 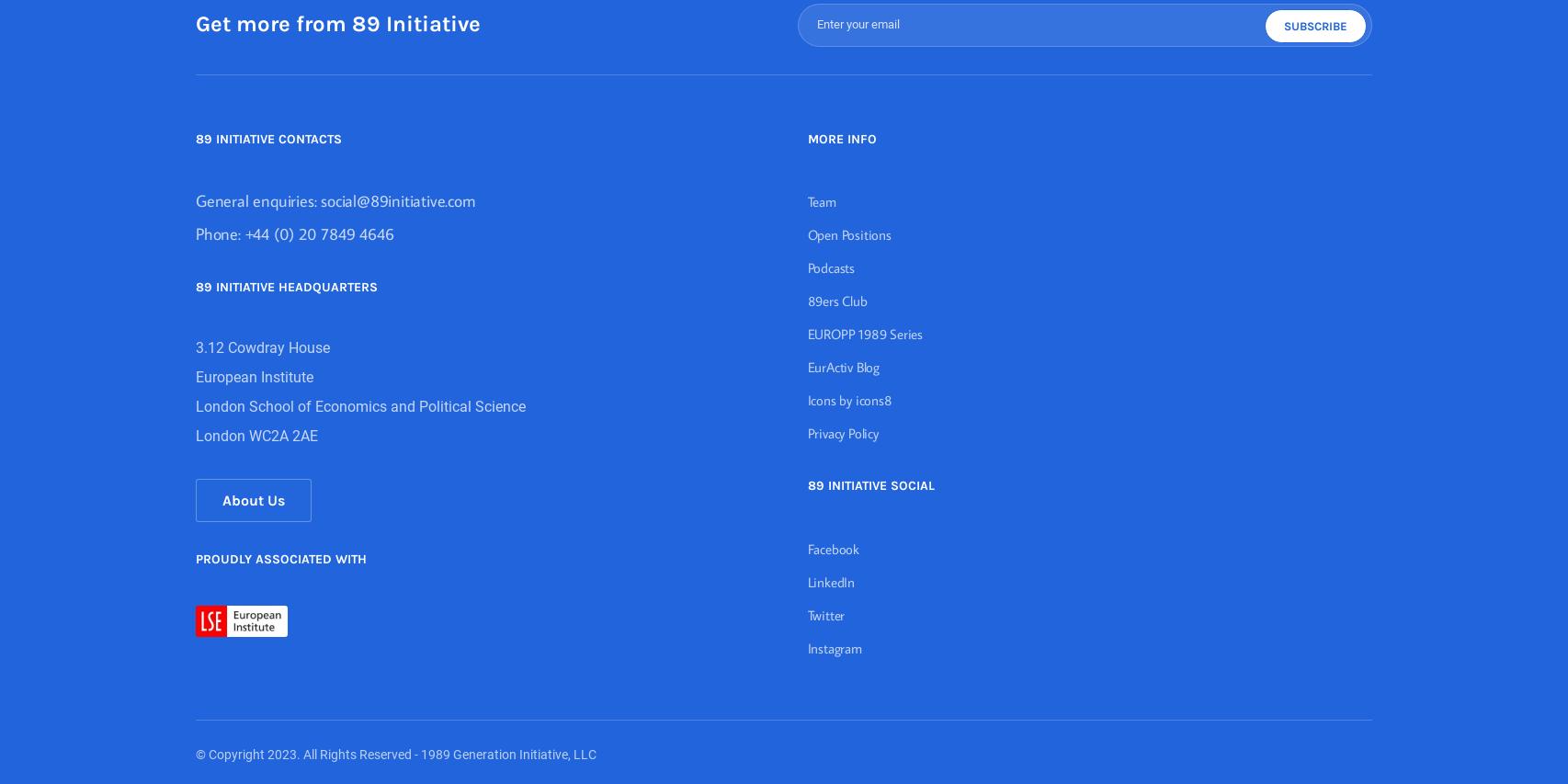 What do you see at coordinates (1314, 24) in the screenshot?
I see `'SUBSCRIBE'` at bounding box center [1314, 24].